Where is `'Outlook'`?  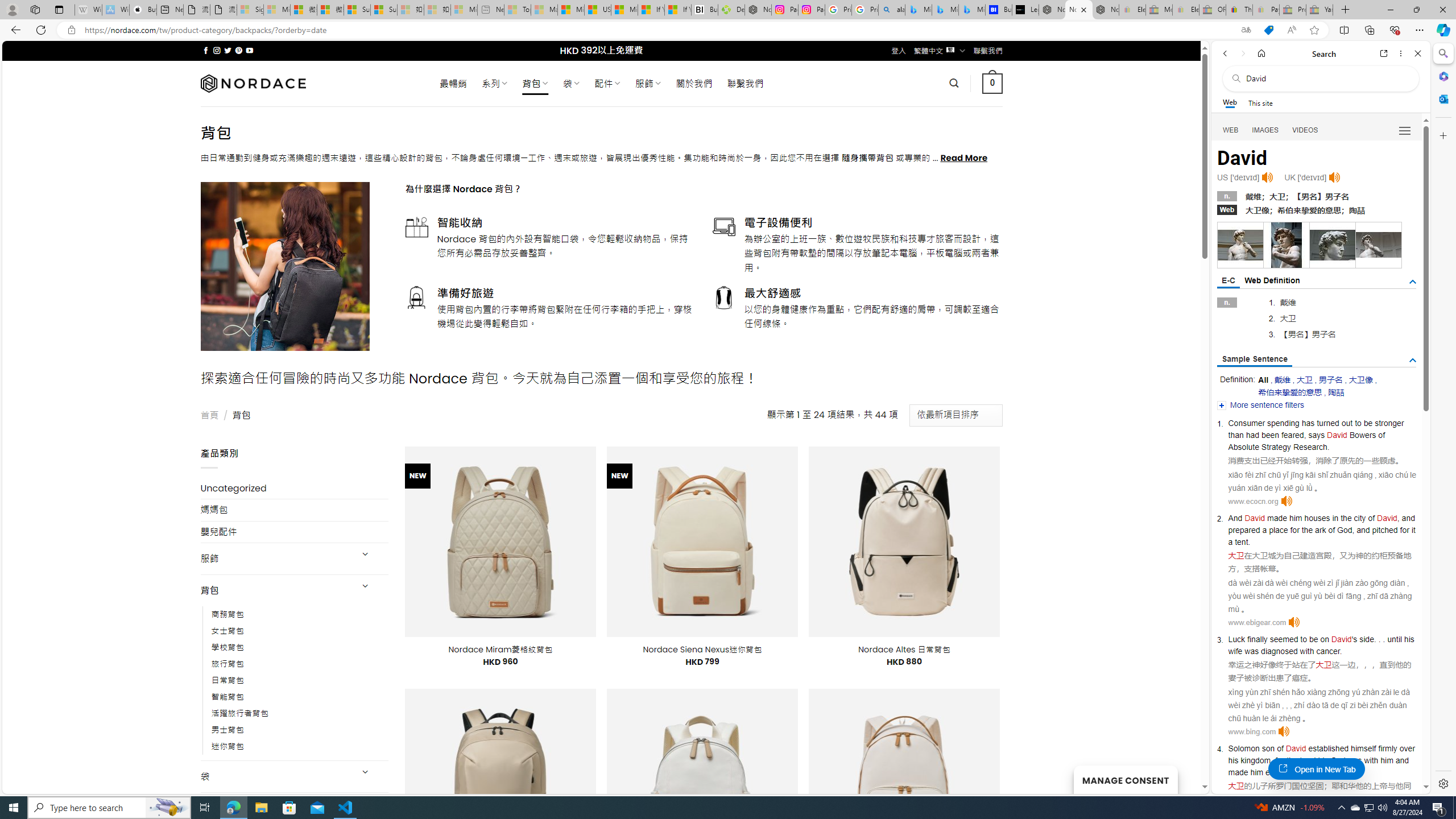 'Outlook' is located at coordinates (1442, 98).